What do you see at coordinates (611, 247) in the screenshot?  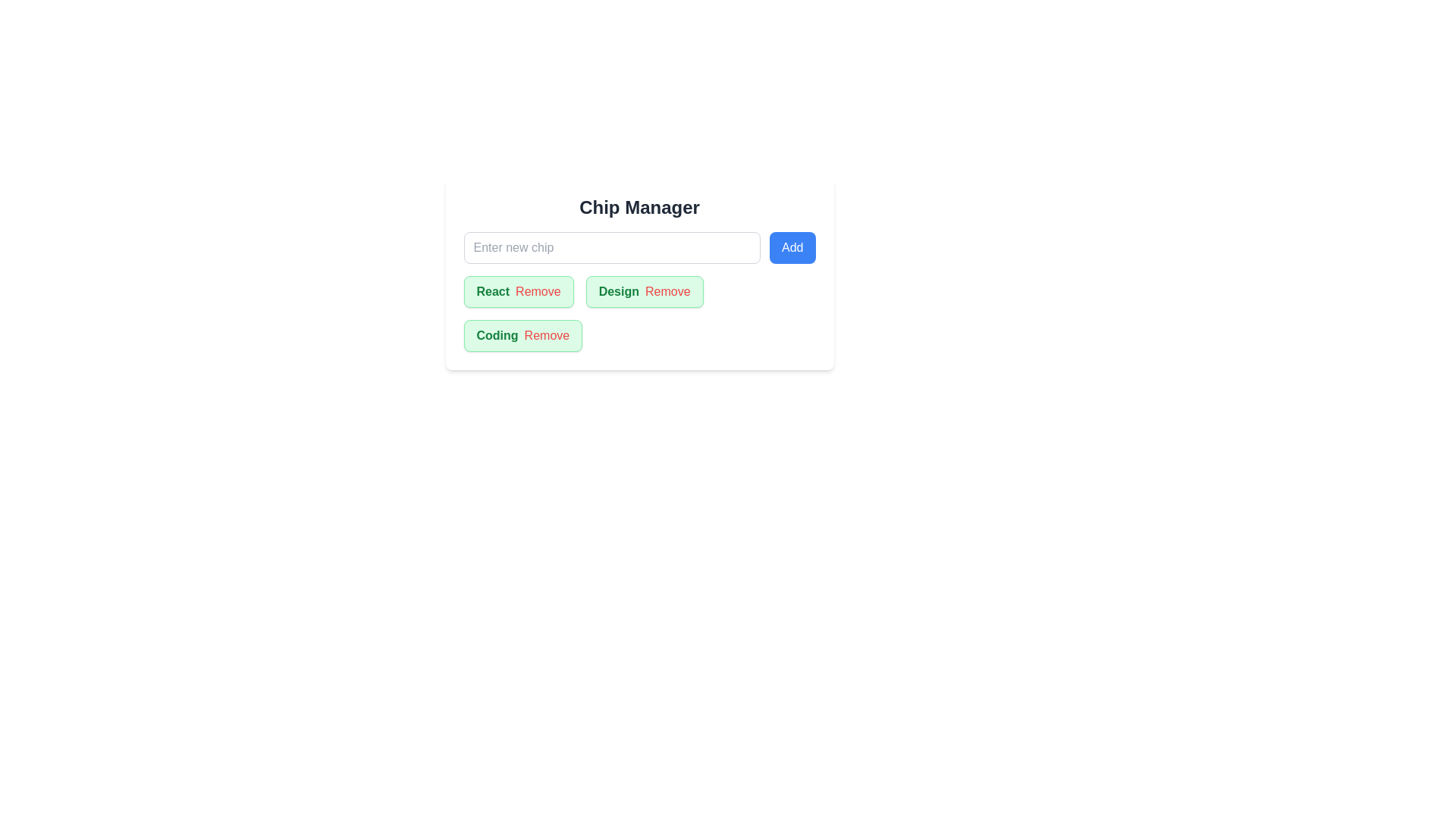 I see `the input field and type the desired text` at bounding box center [611, 247].